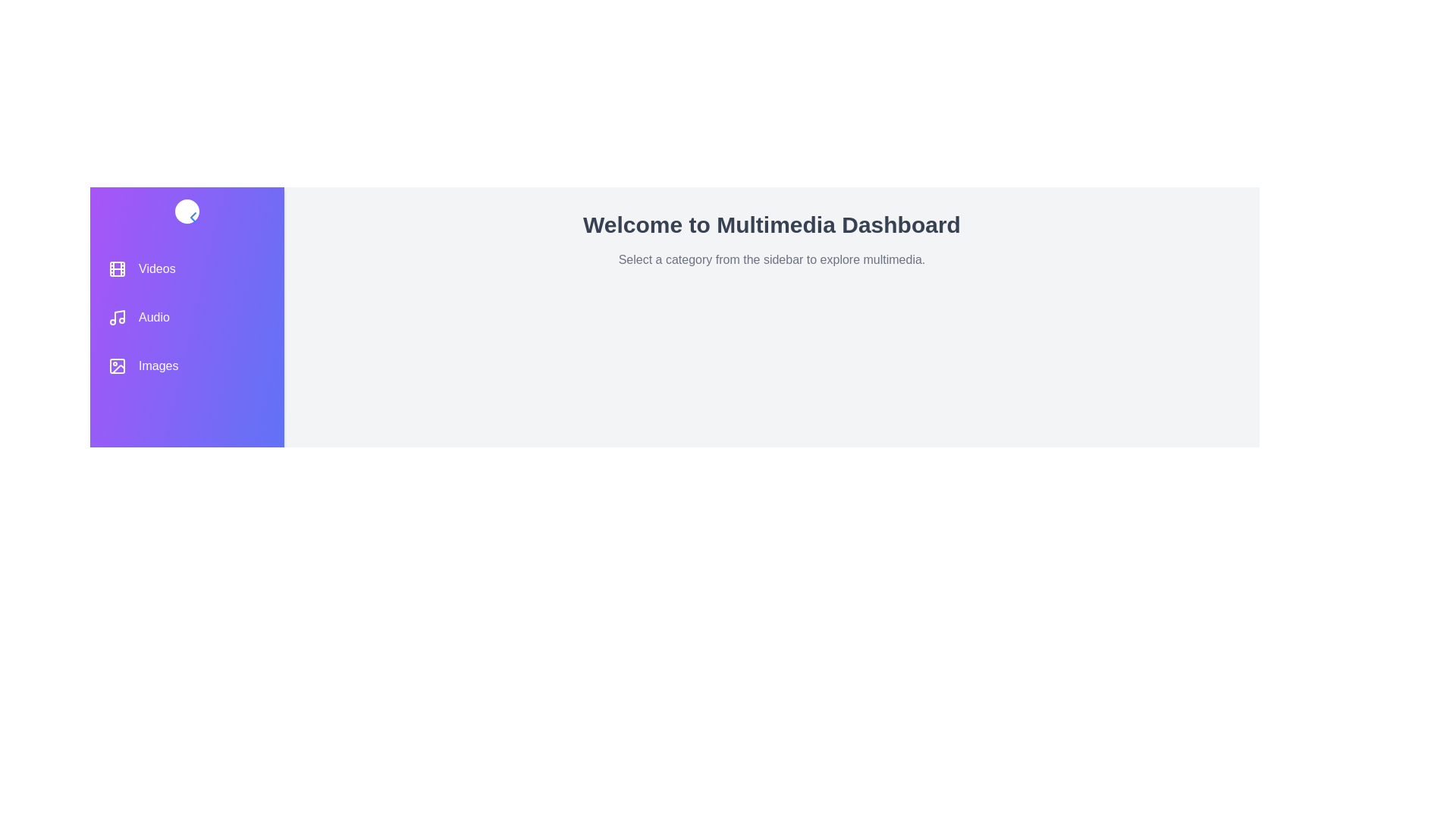 Image resolution: width=1456 pixels, height=819 pixels. I want to click on the Audio section from the sidebar menu, so click(186, 317).